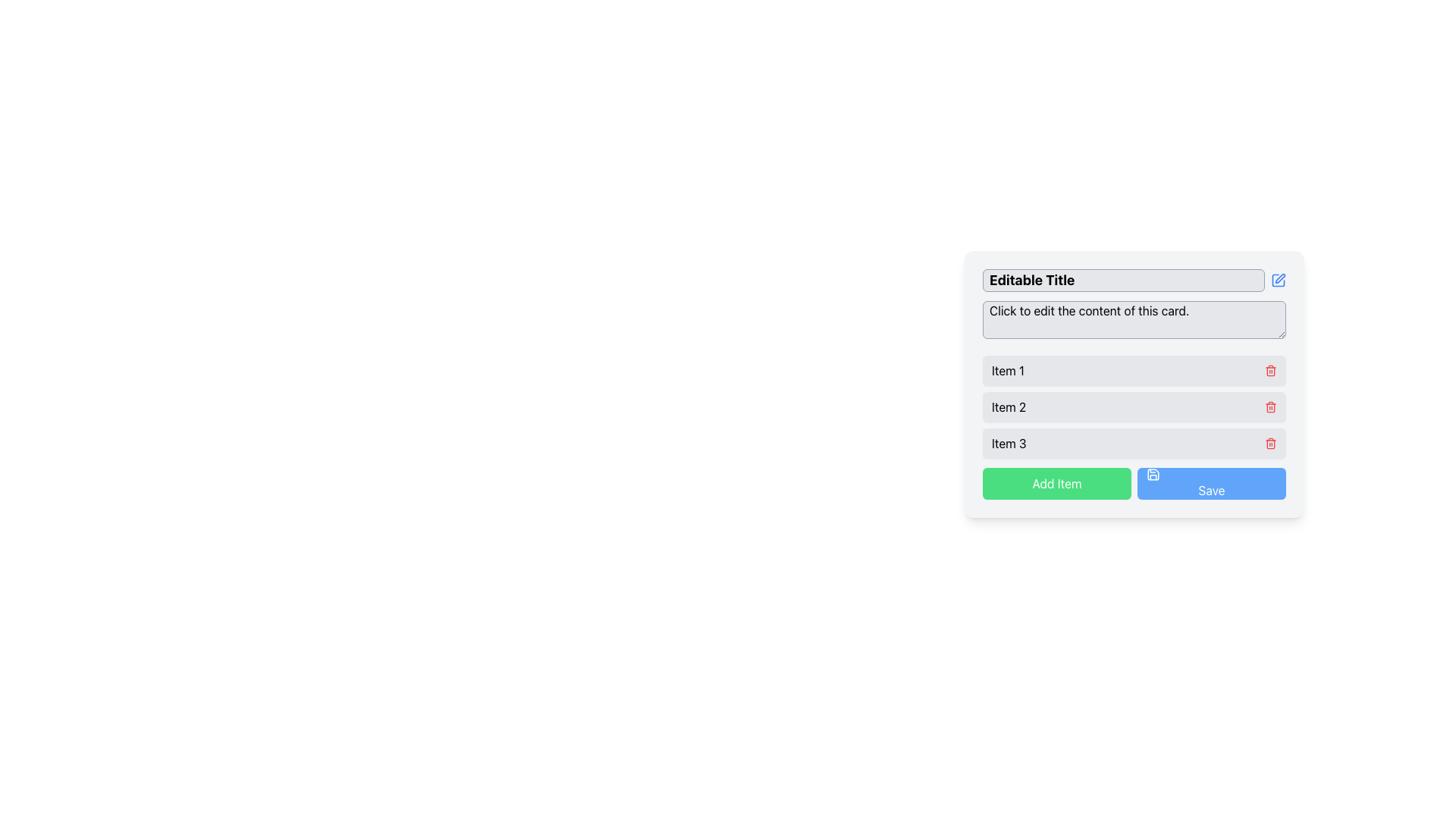 Image resolution: width=1456 pixels, height=819 pixels. I want to click on the green 'Add Item' button, which has rounded corners and is the first button in a horizontal group at the bottom of a card-like layout, so click(1056, 483).